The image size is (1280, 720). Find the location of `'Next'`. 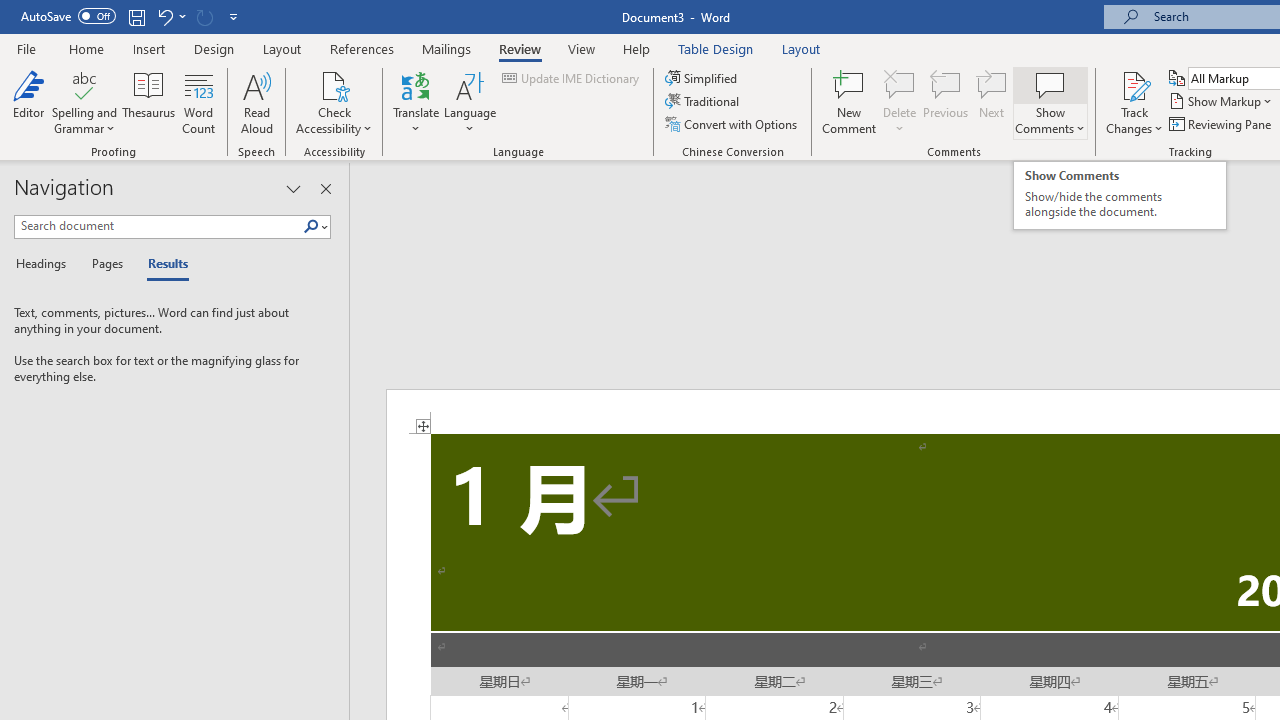

'Next' is located at coordinates (992, 103).